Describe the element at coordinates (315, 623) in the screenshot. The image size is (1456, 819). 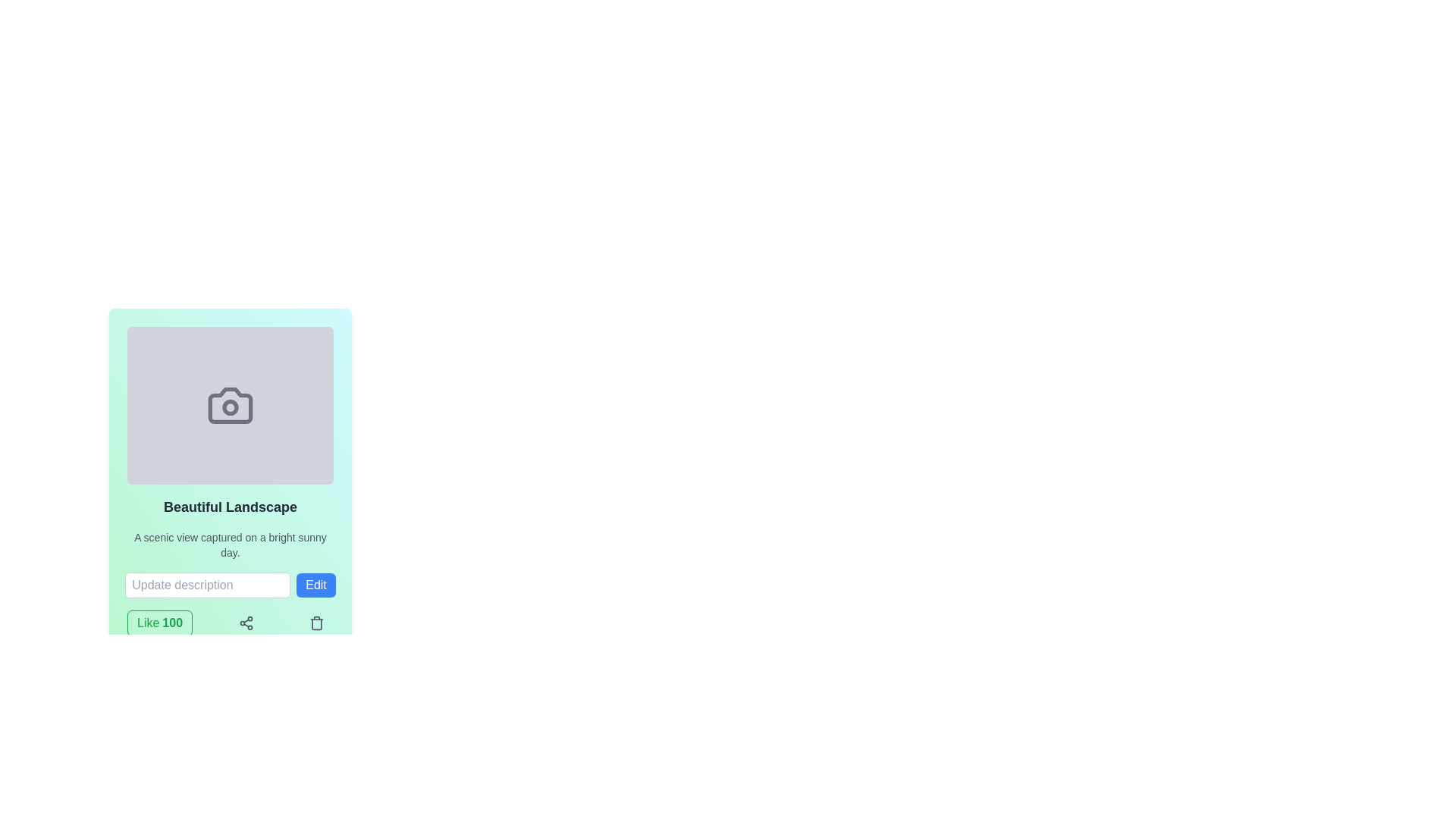
I see `the trash bin icon located in the bottom-right corner of the card` at that location.